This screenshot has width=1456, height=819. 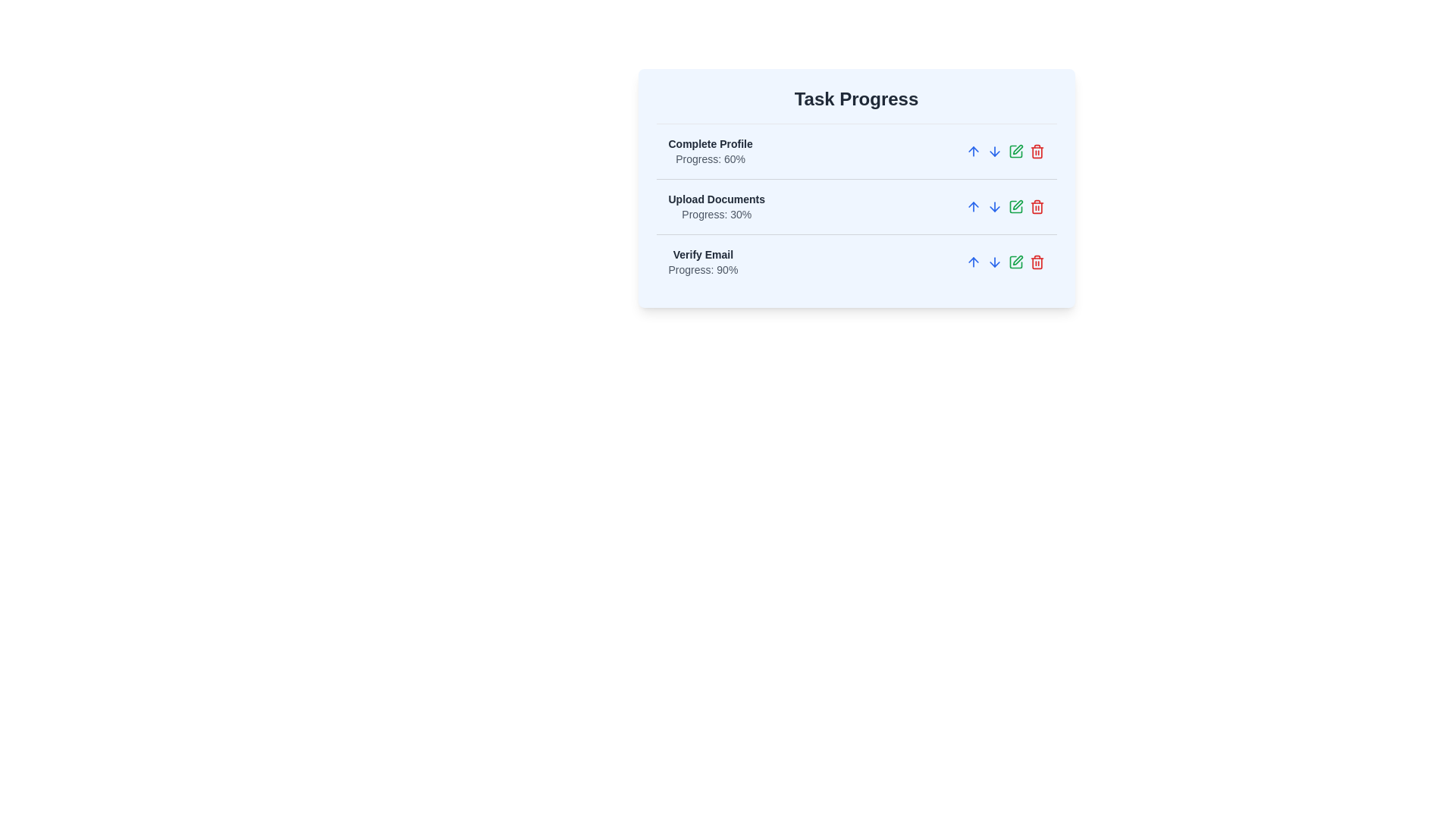 I want to click on the static text element that serves as a heading for the task item 'Complete Profile', which is positioned at the top section of a task progress card, so click(x=710, y=143).